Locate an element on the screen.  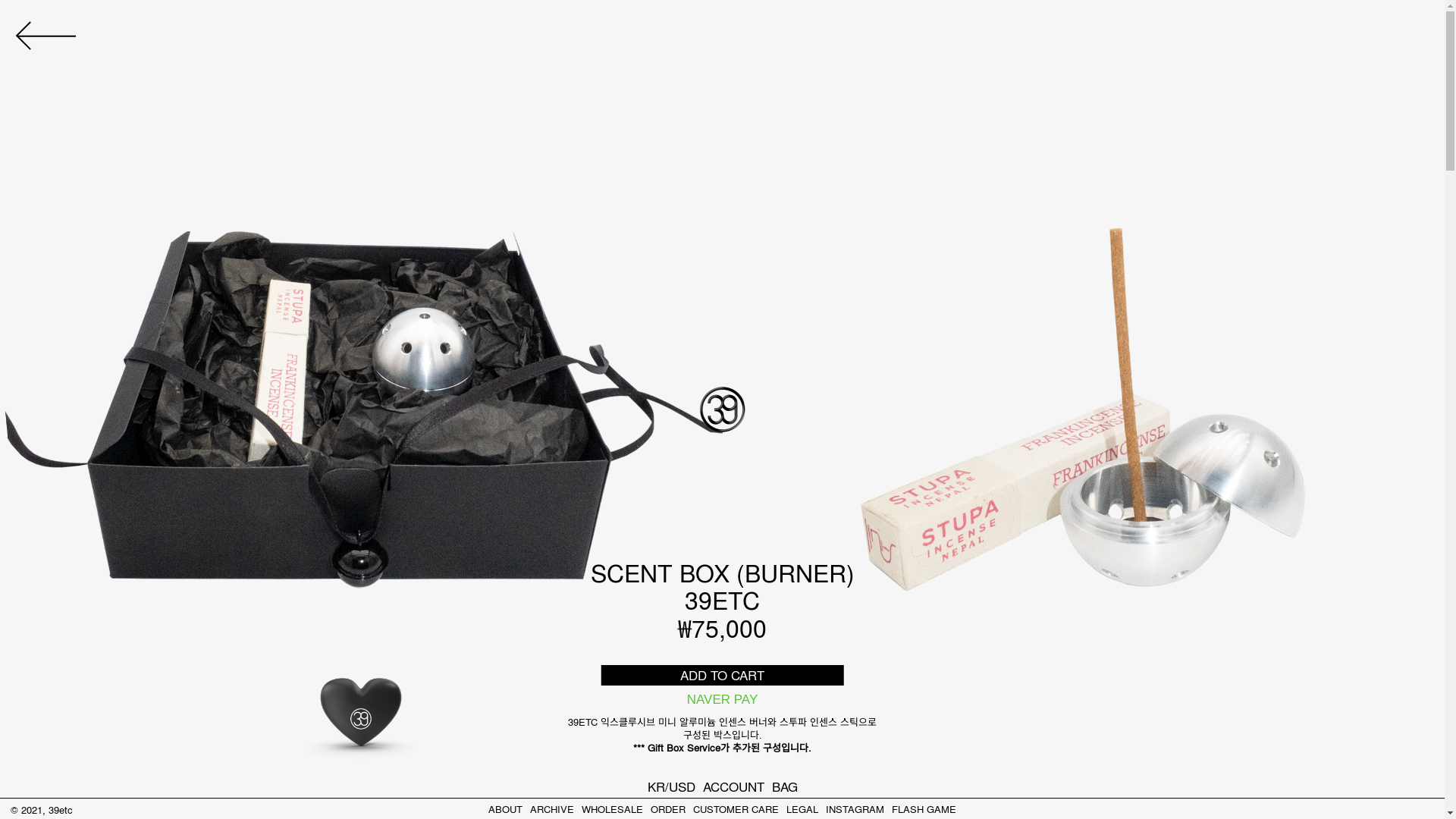
'INSTAGRAM' is located at coordinates (855, 808).